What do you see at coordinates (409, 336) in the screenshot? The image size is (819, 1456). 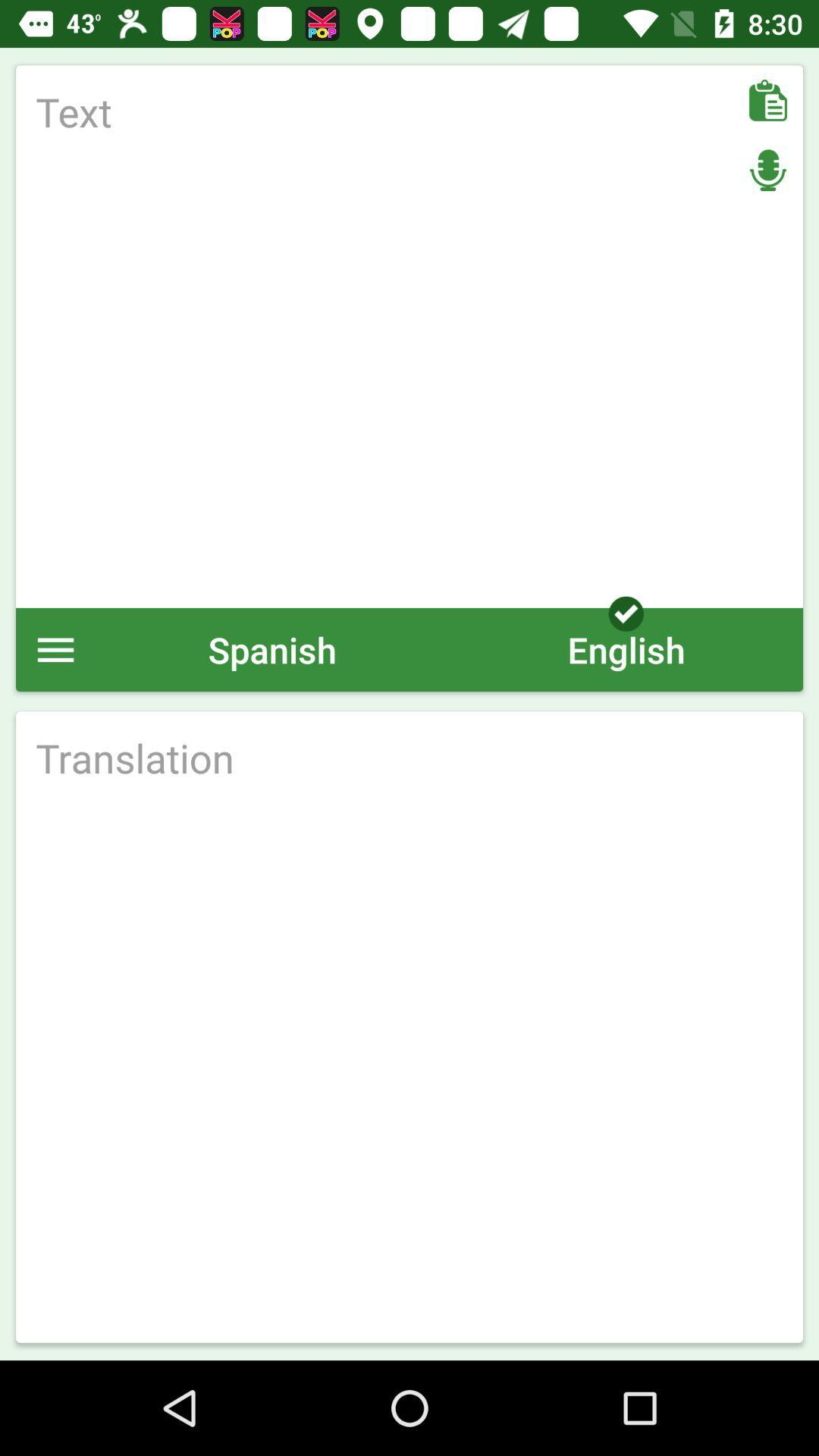 I see `no te quedes sin palabras` at bounding box center [409, 336].